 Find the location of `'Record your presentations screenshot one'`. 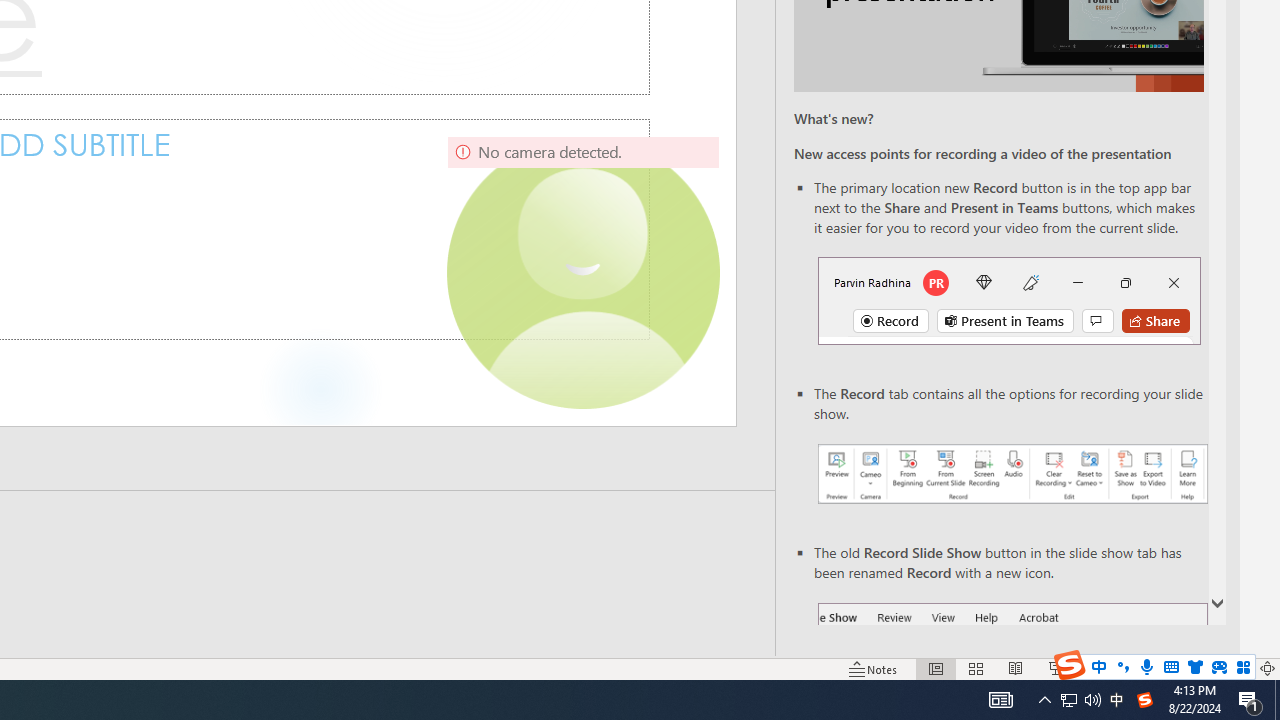

'Record your presentations screenshot one' is located at coordinates (1013, 474).